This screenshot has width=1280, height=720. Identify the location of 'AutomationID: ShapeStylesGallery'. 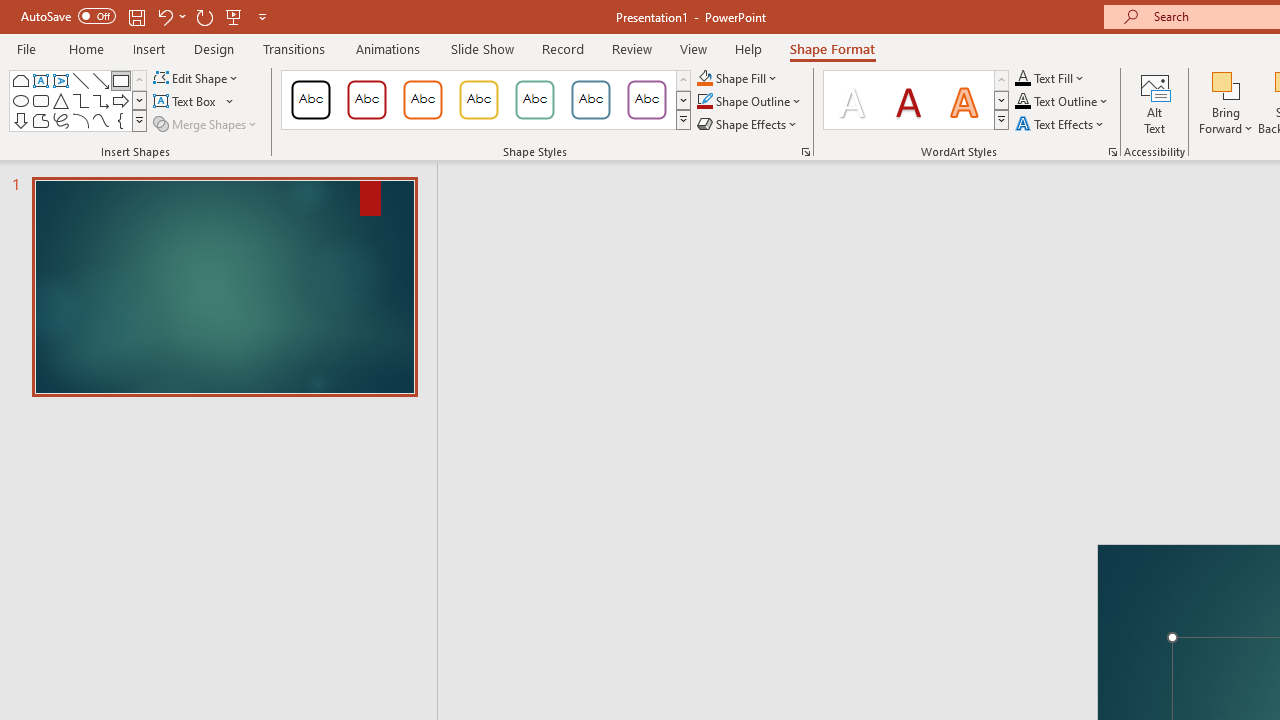
(487, 100).